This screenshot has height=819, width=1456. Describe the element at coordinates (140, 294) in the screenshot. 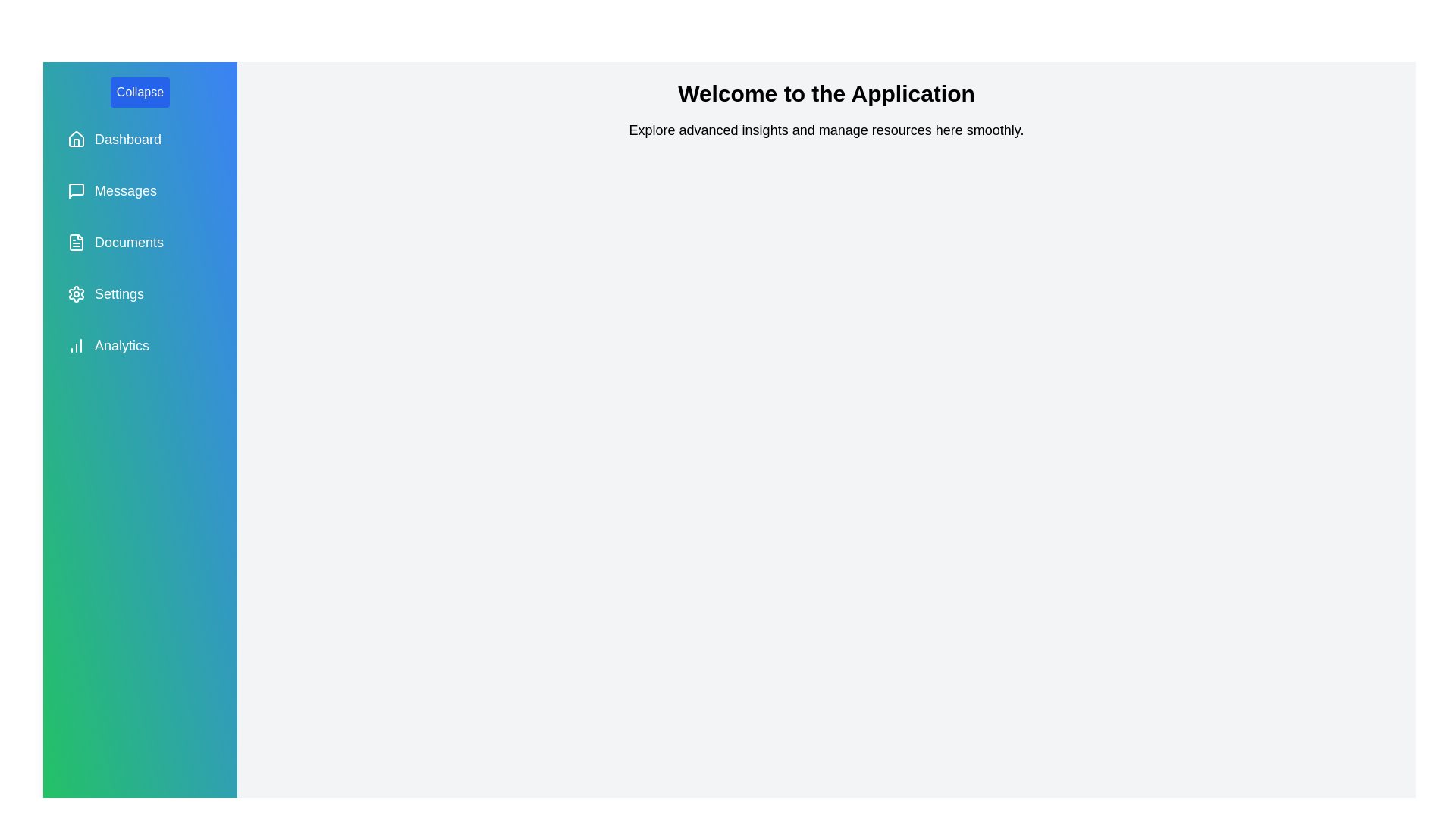

I see `the navigation option Settings to navigate to the respective section` at that location.